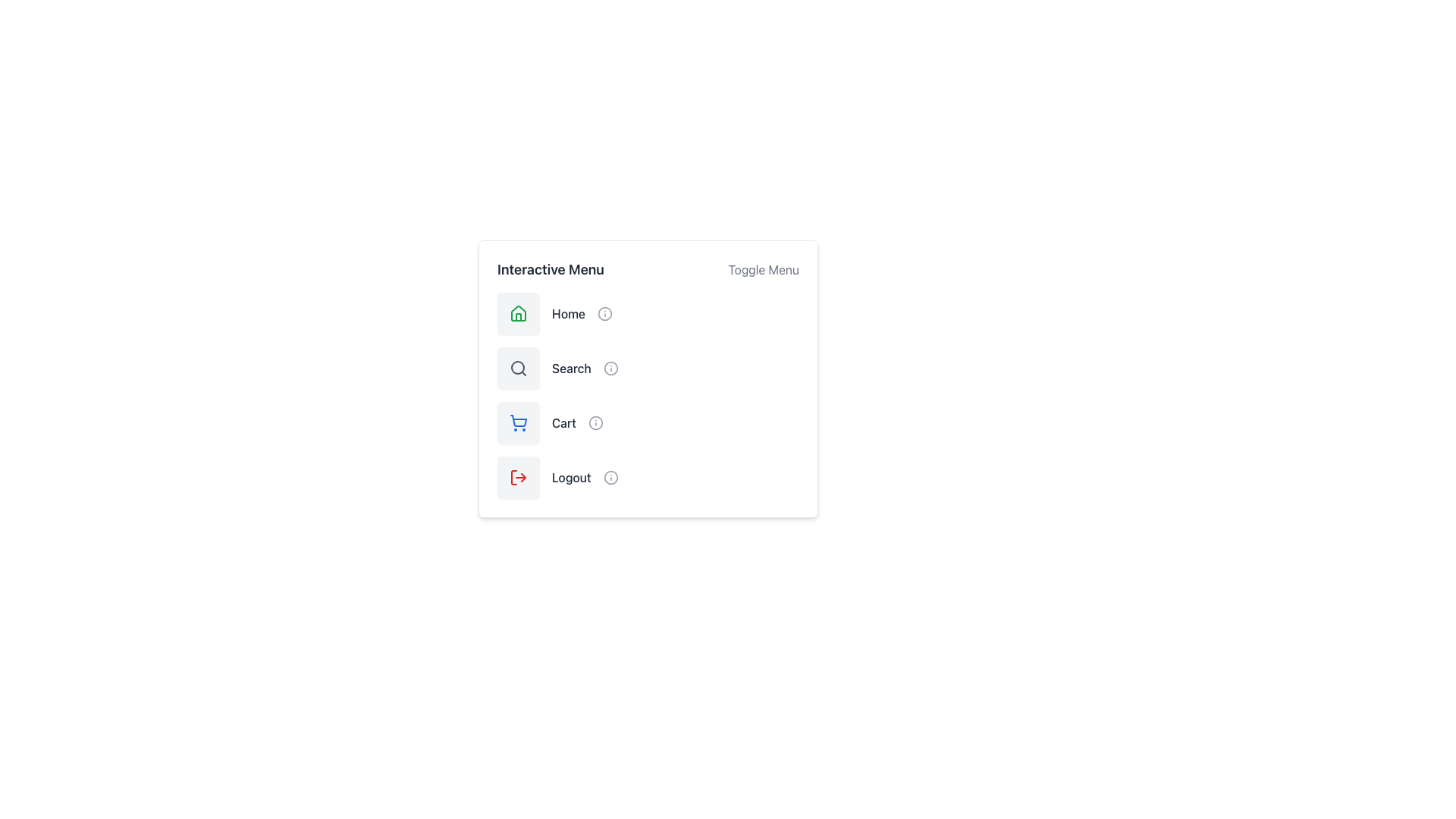  I want to click on the button positioned third in the vertical menu list, so click(648, 423).